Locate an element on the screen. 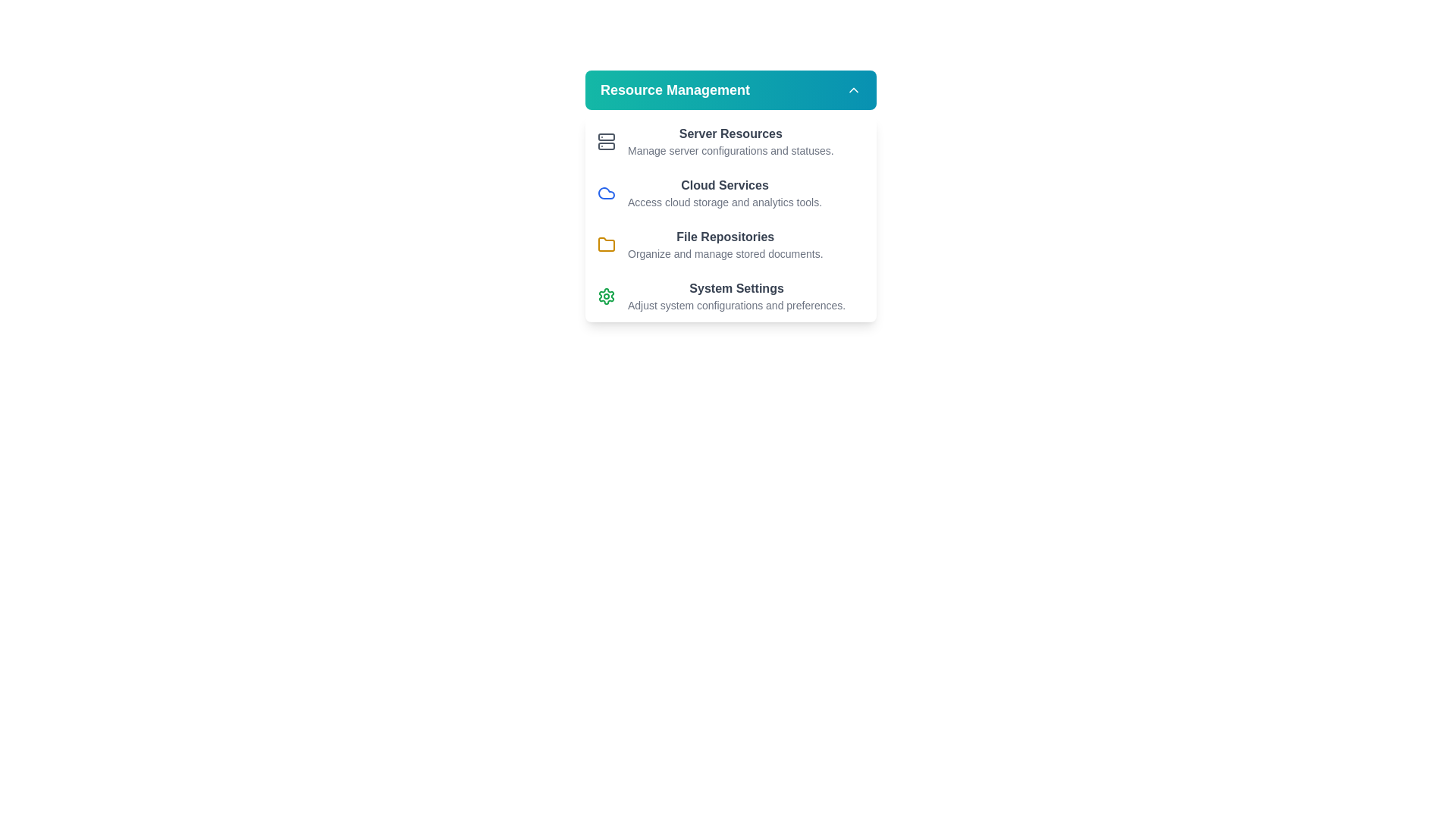 The image size is (1456, 819). the cloud icon in the 'Resource Management' section, which is the second icon associated with 'Cloud Services' is located at coordinates (607, 192).